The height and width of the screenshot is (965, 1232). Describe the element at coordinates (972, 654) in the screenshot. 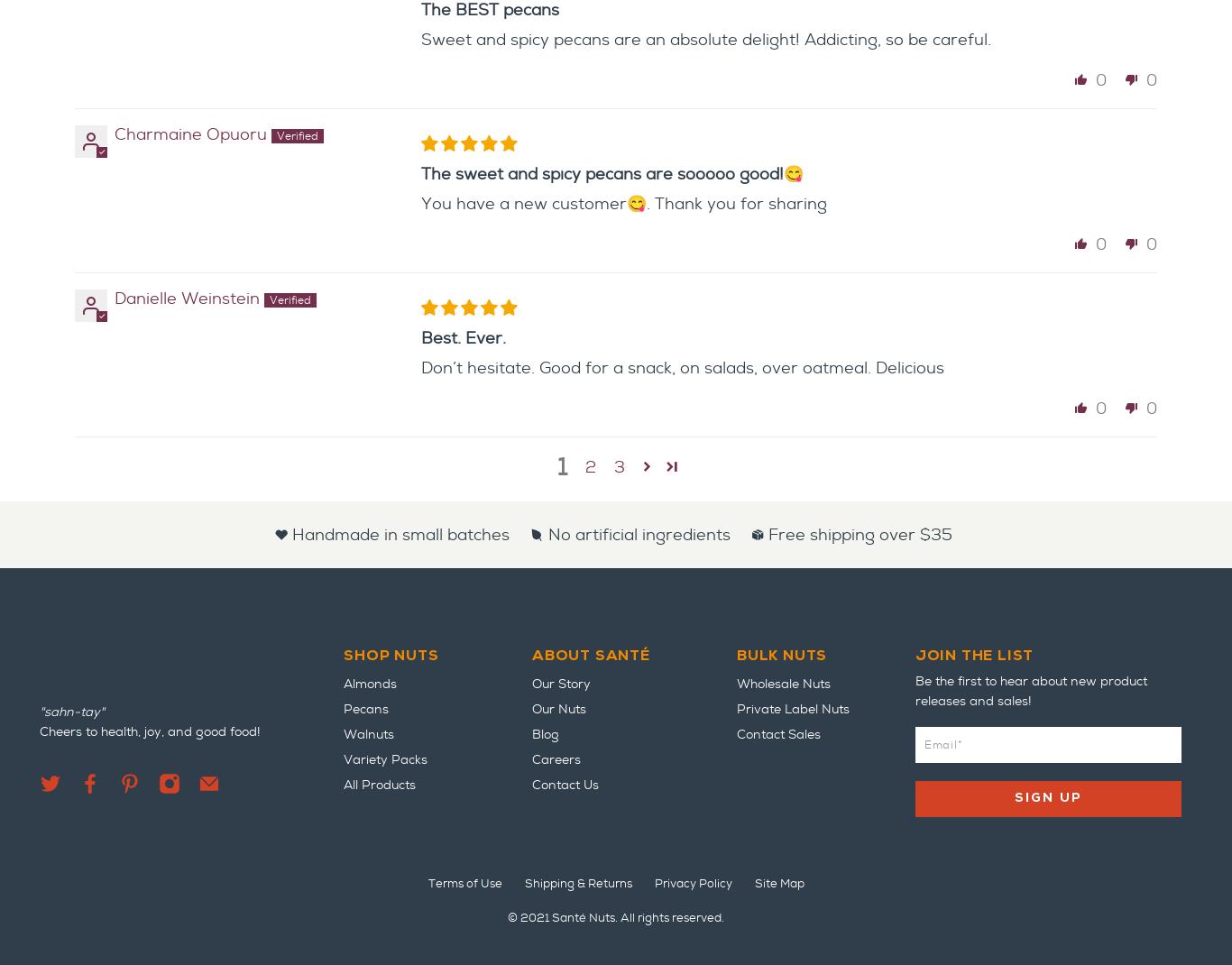

I see `'Join the list'` at that location.